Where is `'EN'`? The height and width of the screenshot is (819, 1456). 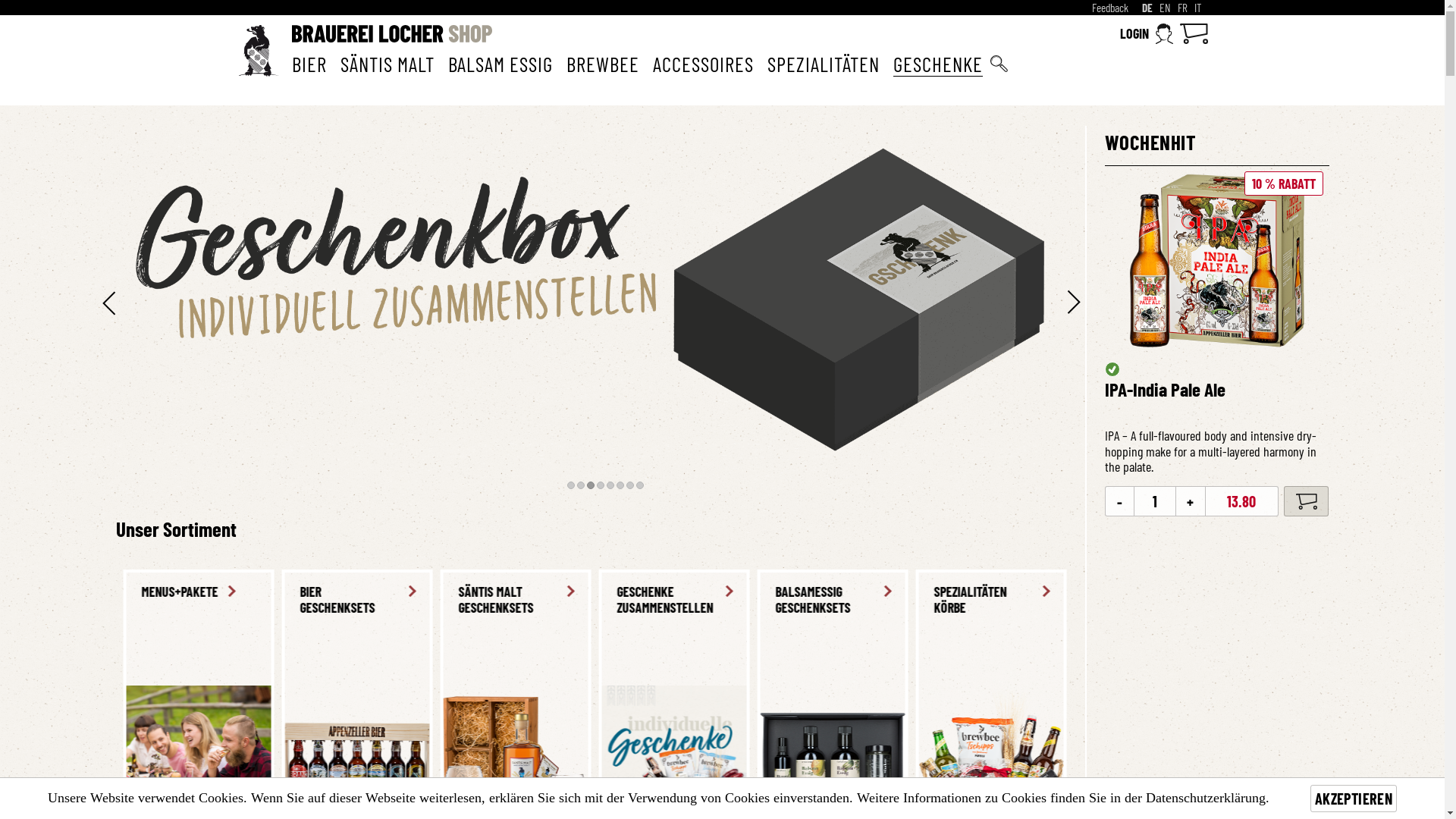 'EN' is located at coordinates (1163, 8).